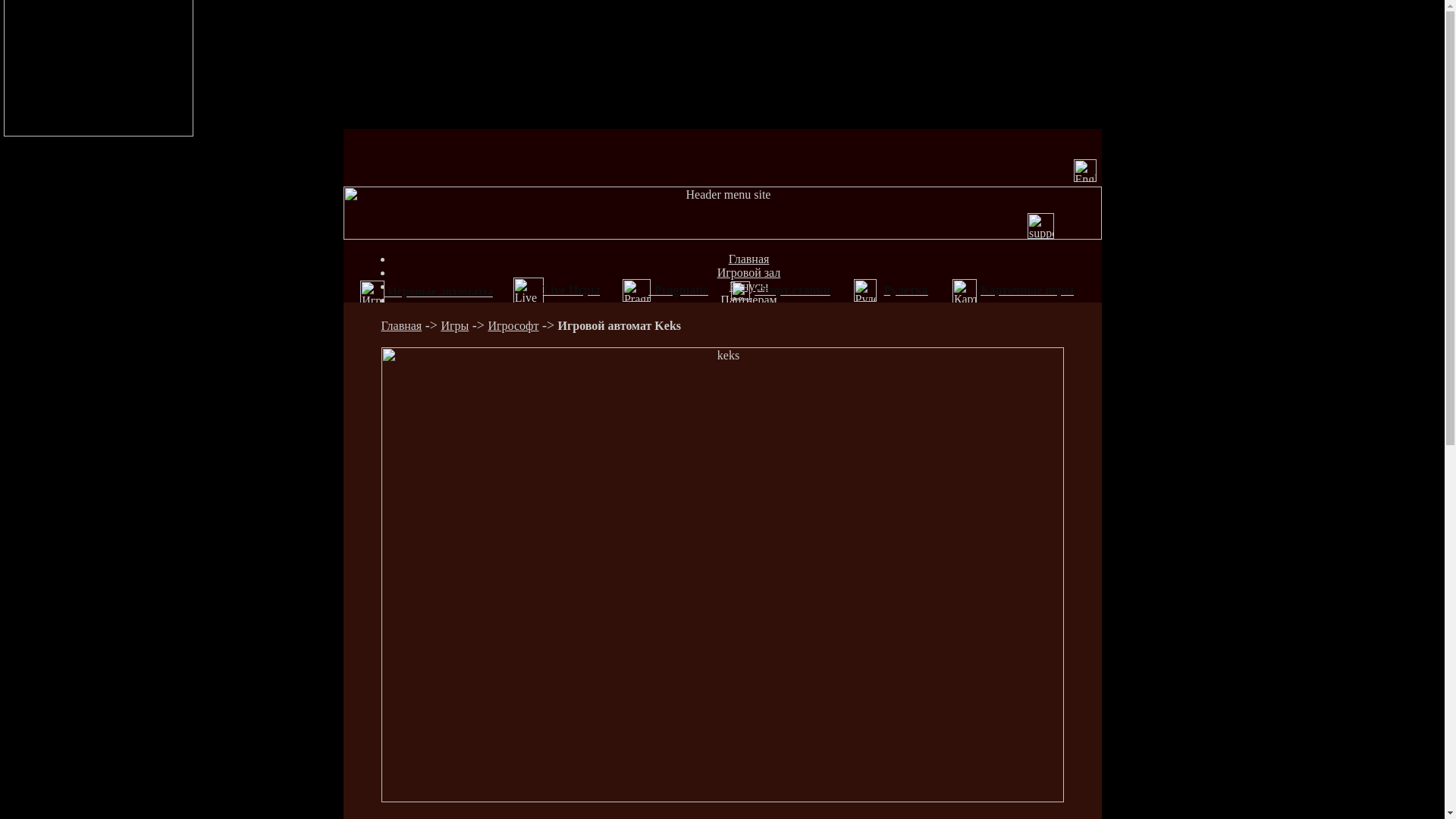  What do you see at coordinates (1027, 225) in the screenshot?
I see `'support team'` at bounding box center [1027, 225].